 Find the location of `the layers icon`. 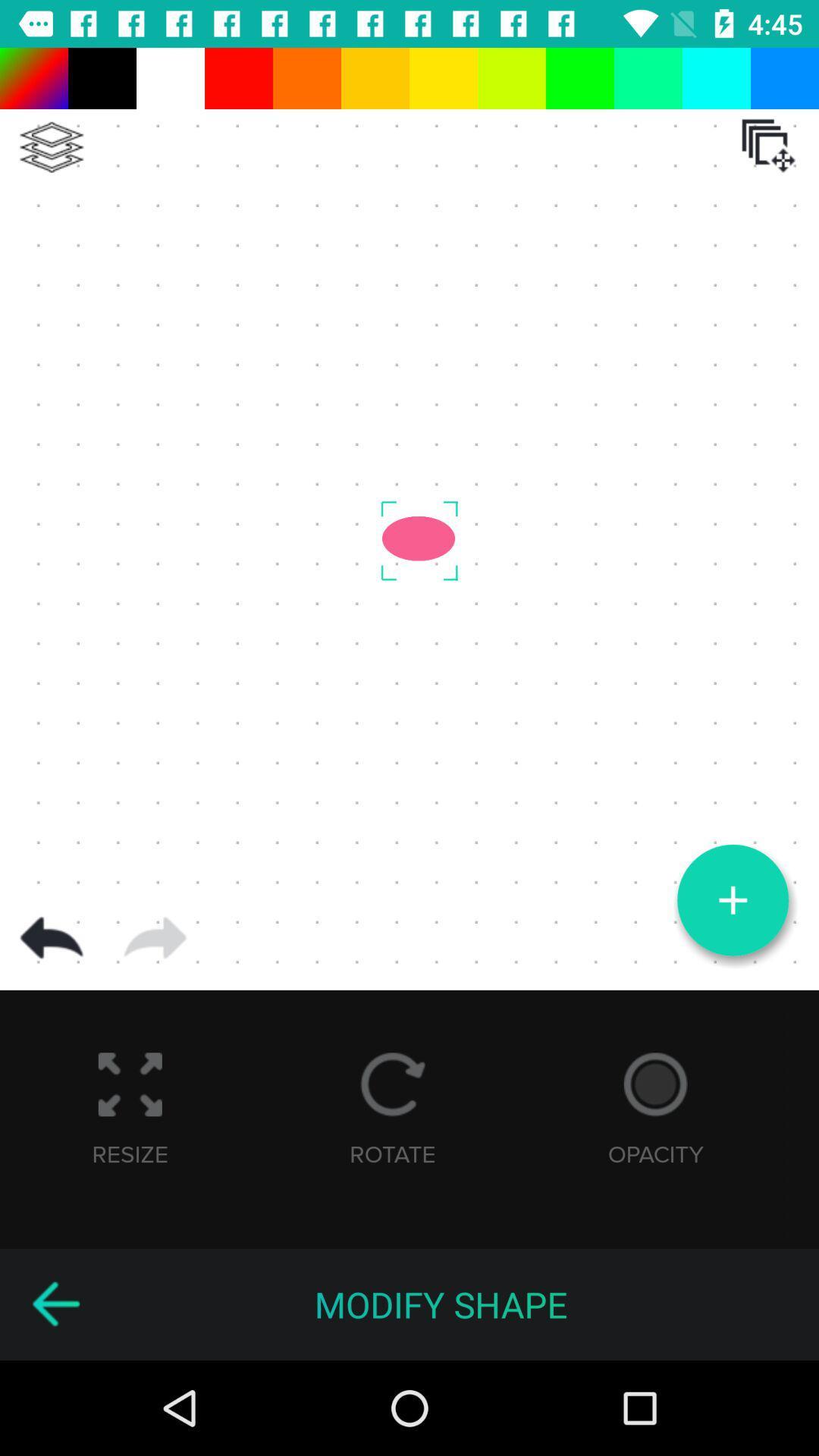

the layers icon is located at coordinates (51, 147).